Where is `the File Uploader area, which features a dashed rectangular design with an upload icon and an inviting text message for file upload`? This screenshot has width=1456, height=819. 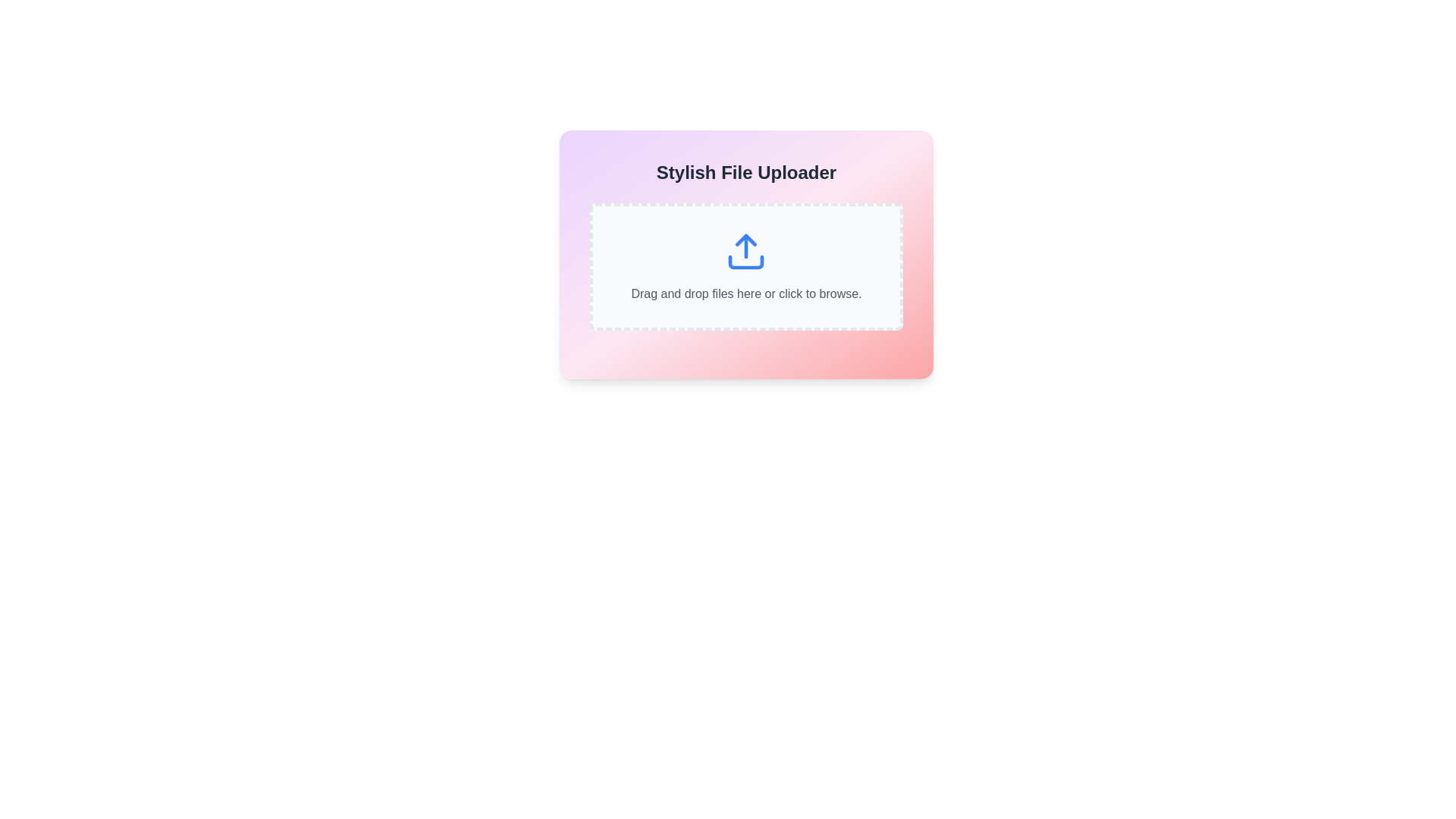
the File Uploader area, which features a dashed rectangular design with an upload icon and an inviting text message for file upload is located at coordinates (746, 253).